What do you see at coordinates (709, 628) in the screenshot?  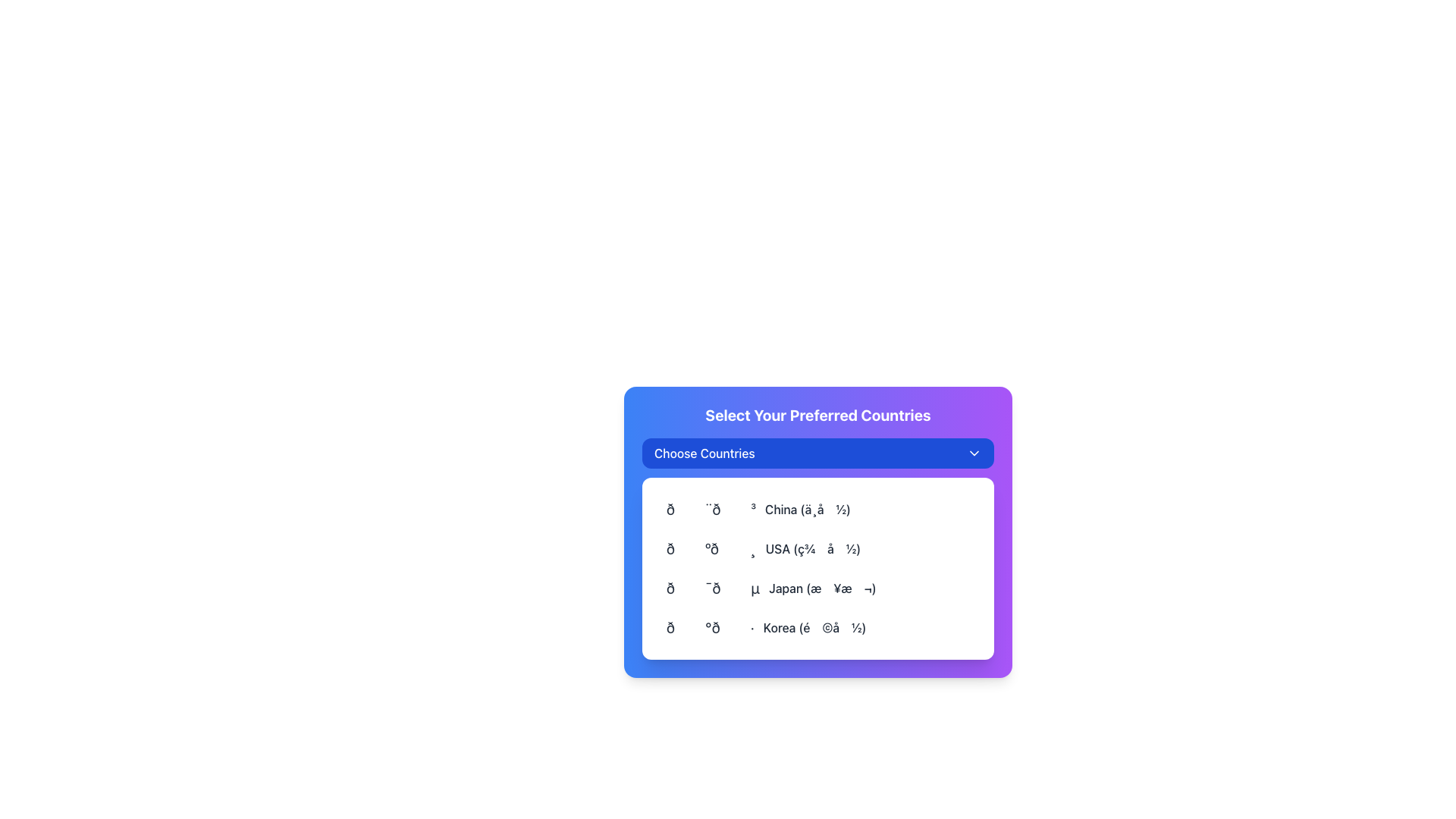 I see `the Korea flag icon or emoji located at the beginning of the fourth row in the dropdown menu, adjacent to the text label 'Korea (한국)'` at bounding box center [709, 628].